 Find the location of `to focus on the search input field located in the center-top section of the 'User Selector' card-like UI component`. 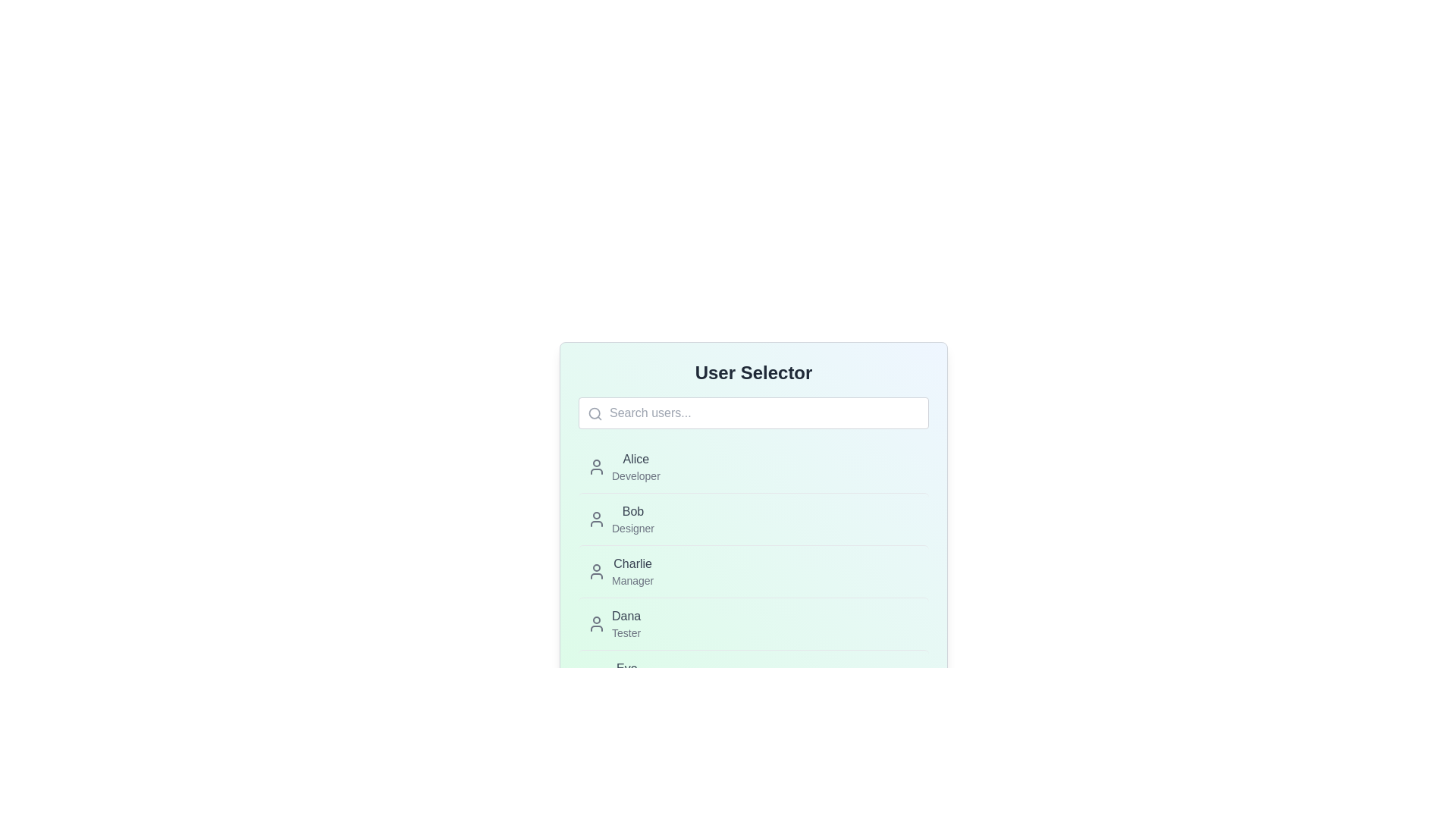

to focus on the search input field located in the center-top section of the 'User Selector' card-like UI component is located at coordinates (753, 413).